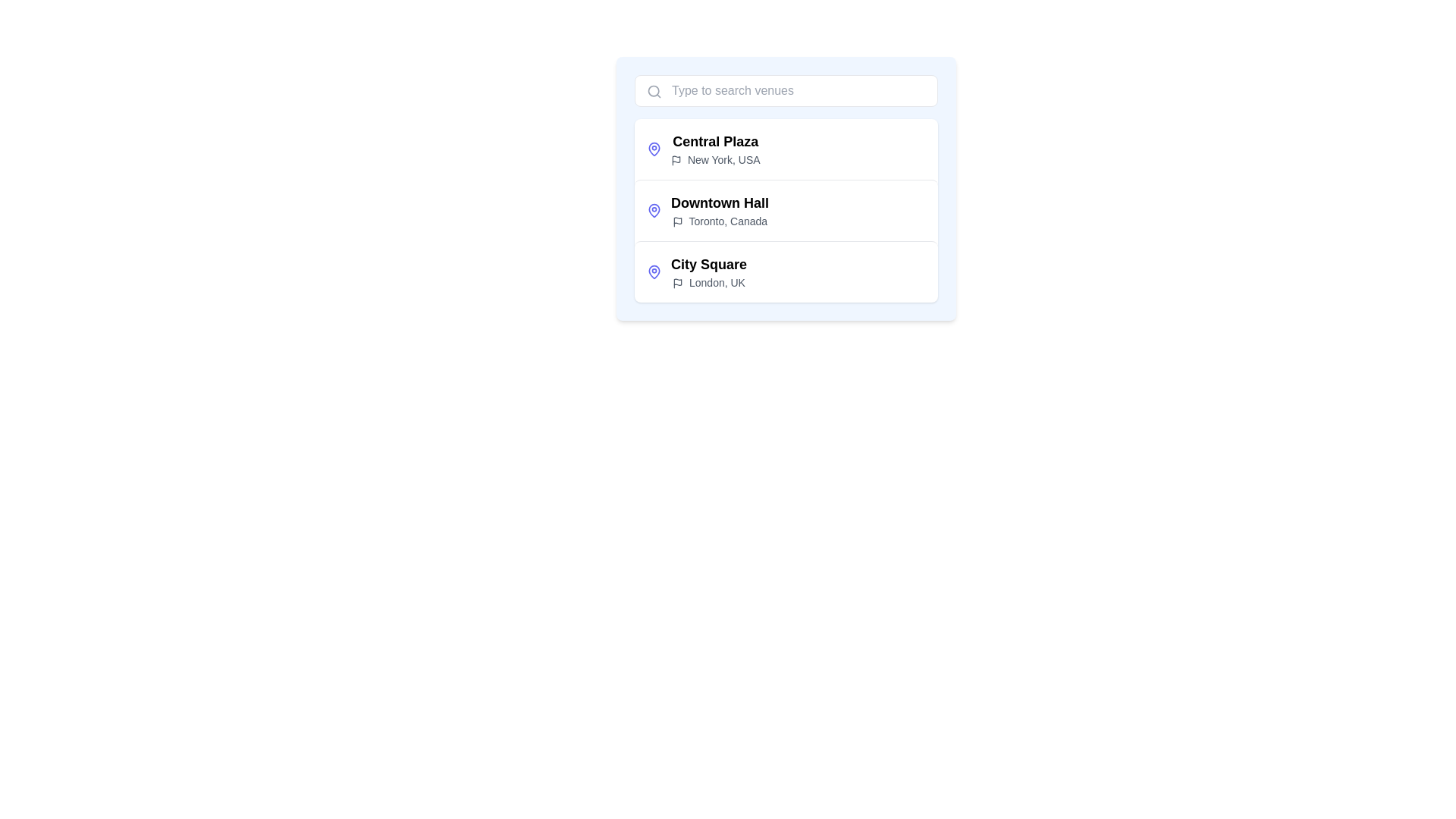  Describe the element at coordinates (714, 160) in the screenshot. I see `the subinformation label providing location details, 'New York, USA', which is aligned under the header text 'Central Plaza' in the list item` at that location.